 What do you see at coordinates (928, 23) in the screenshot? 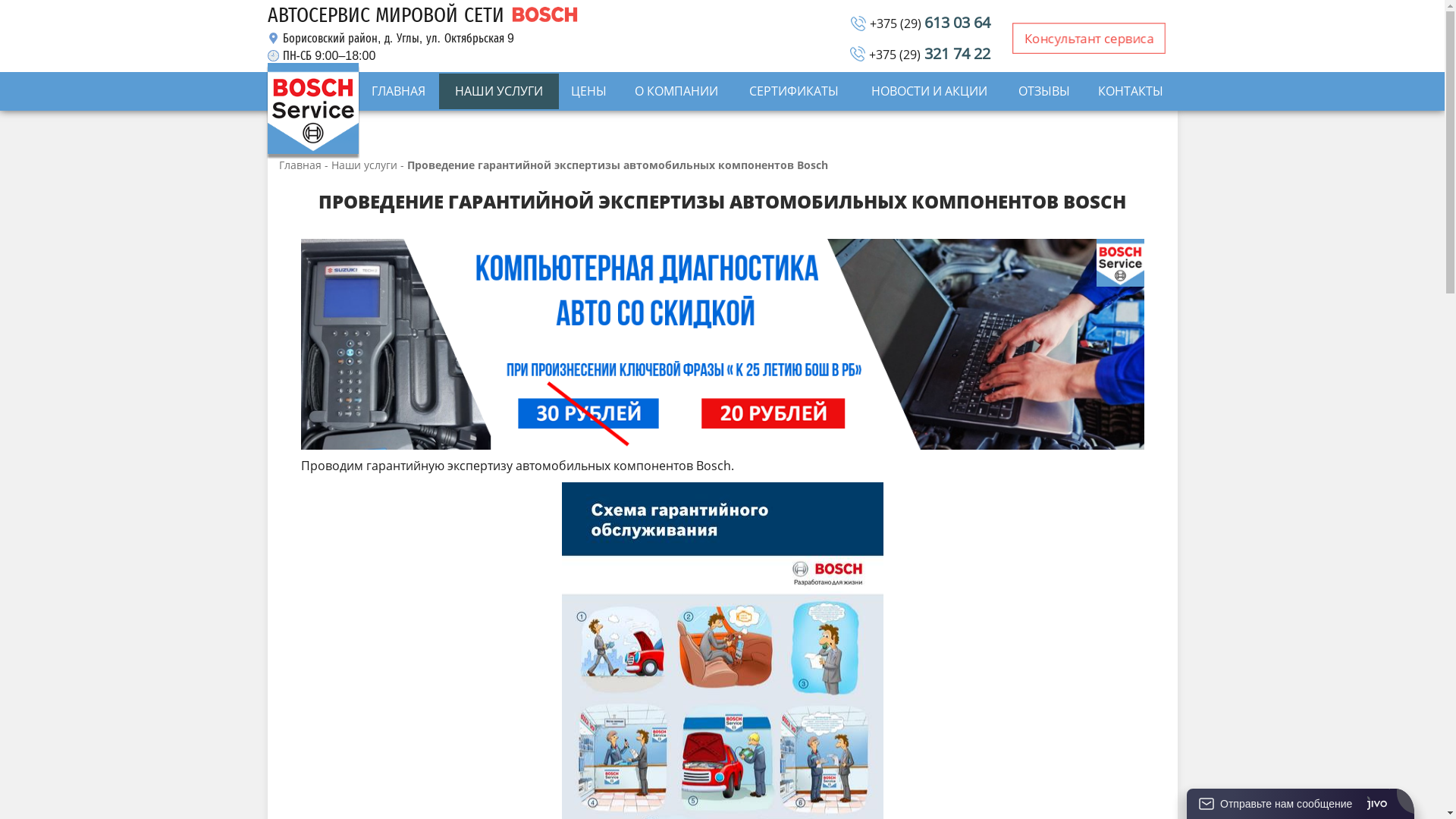
I see `'+375 (29) 613 03 64'` at bounding box center [928, 23].